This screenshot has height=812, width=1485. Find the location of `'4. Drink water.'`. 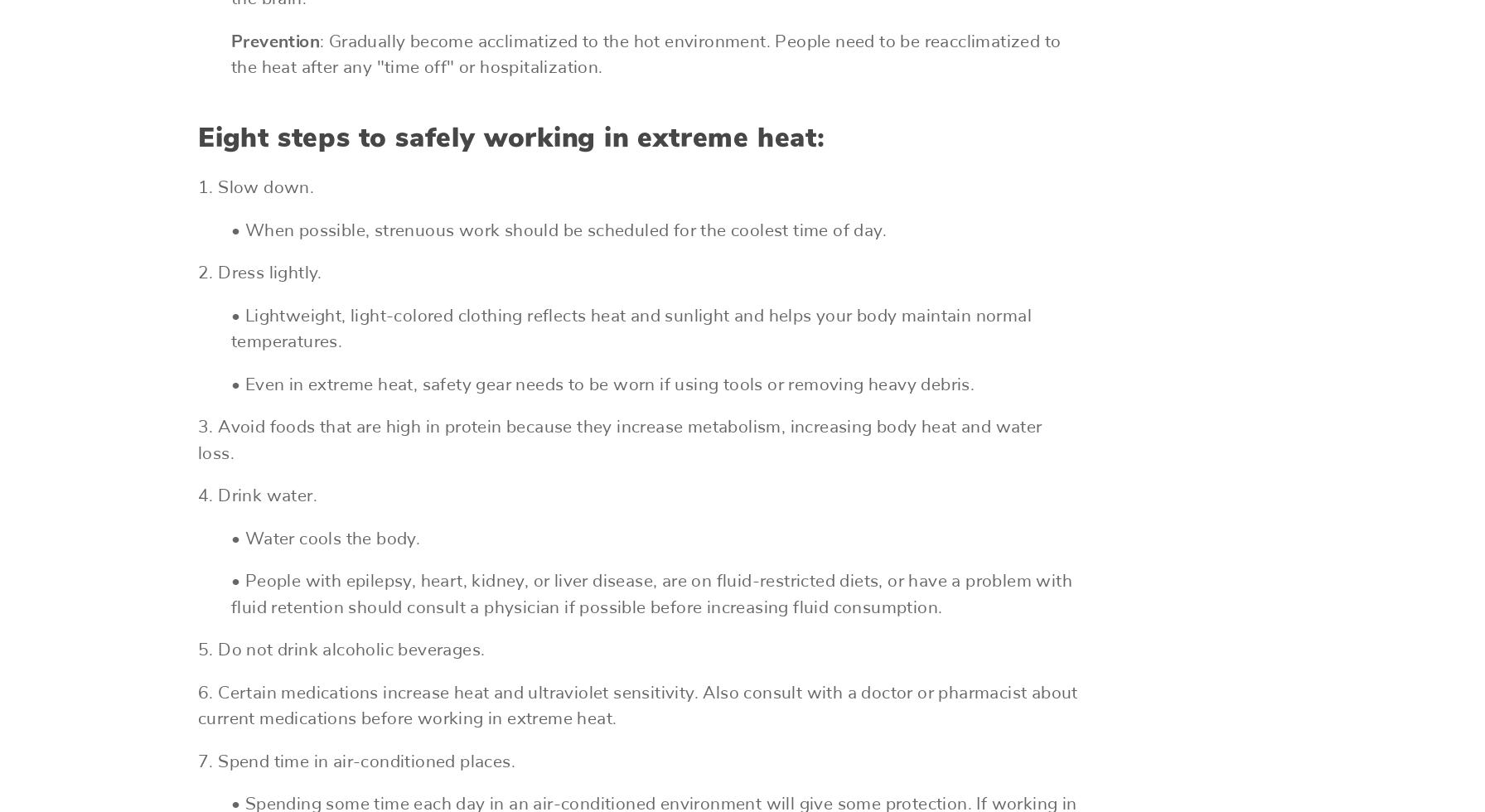

'4. Drink water.' is located at coordinates (198, 495).